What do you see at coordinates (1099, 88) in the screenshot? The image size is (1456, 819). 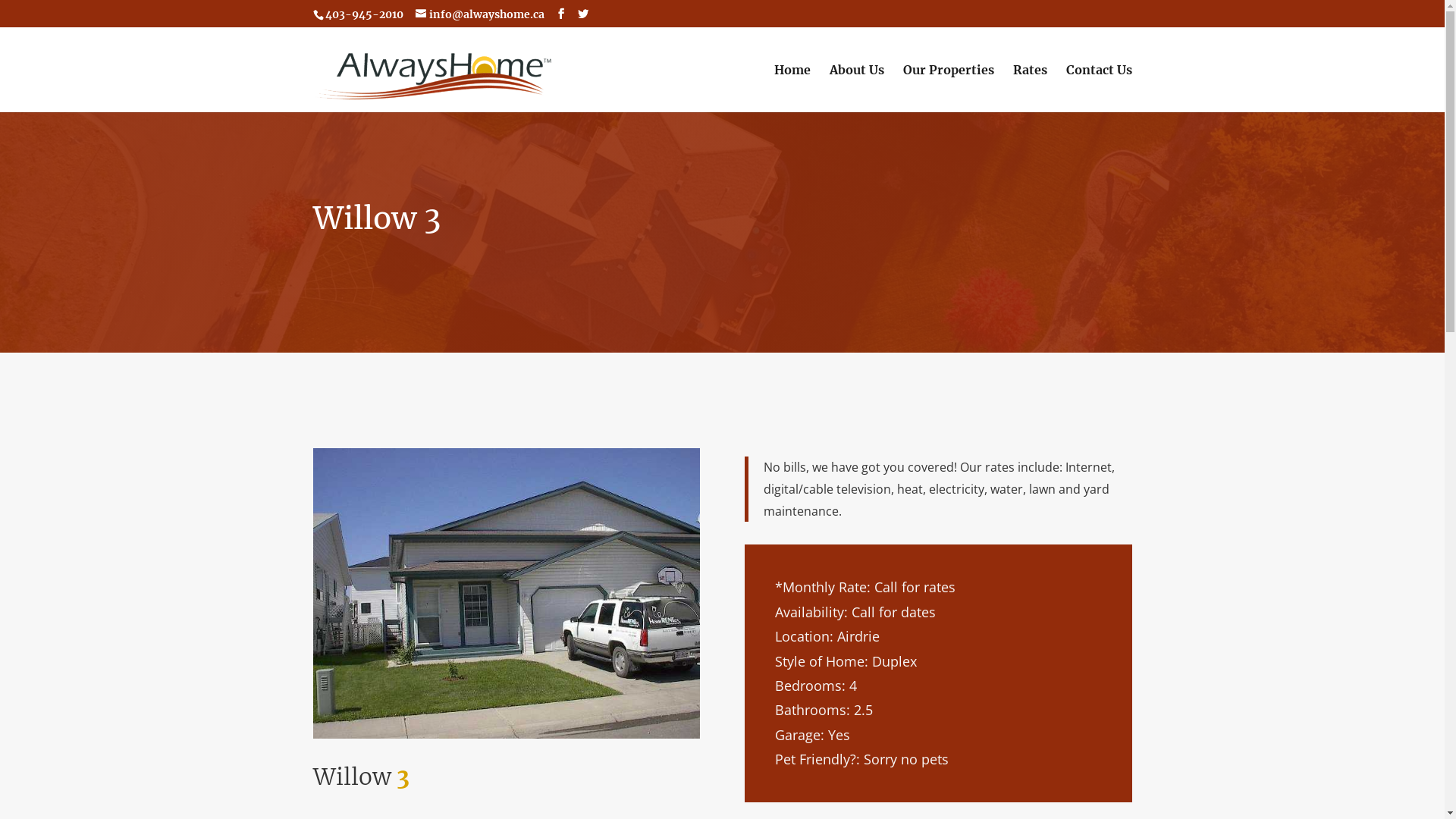 I see `'Contact Us'` at bounding box center [1099, 88].